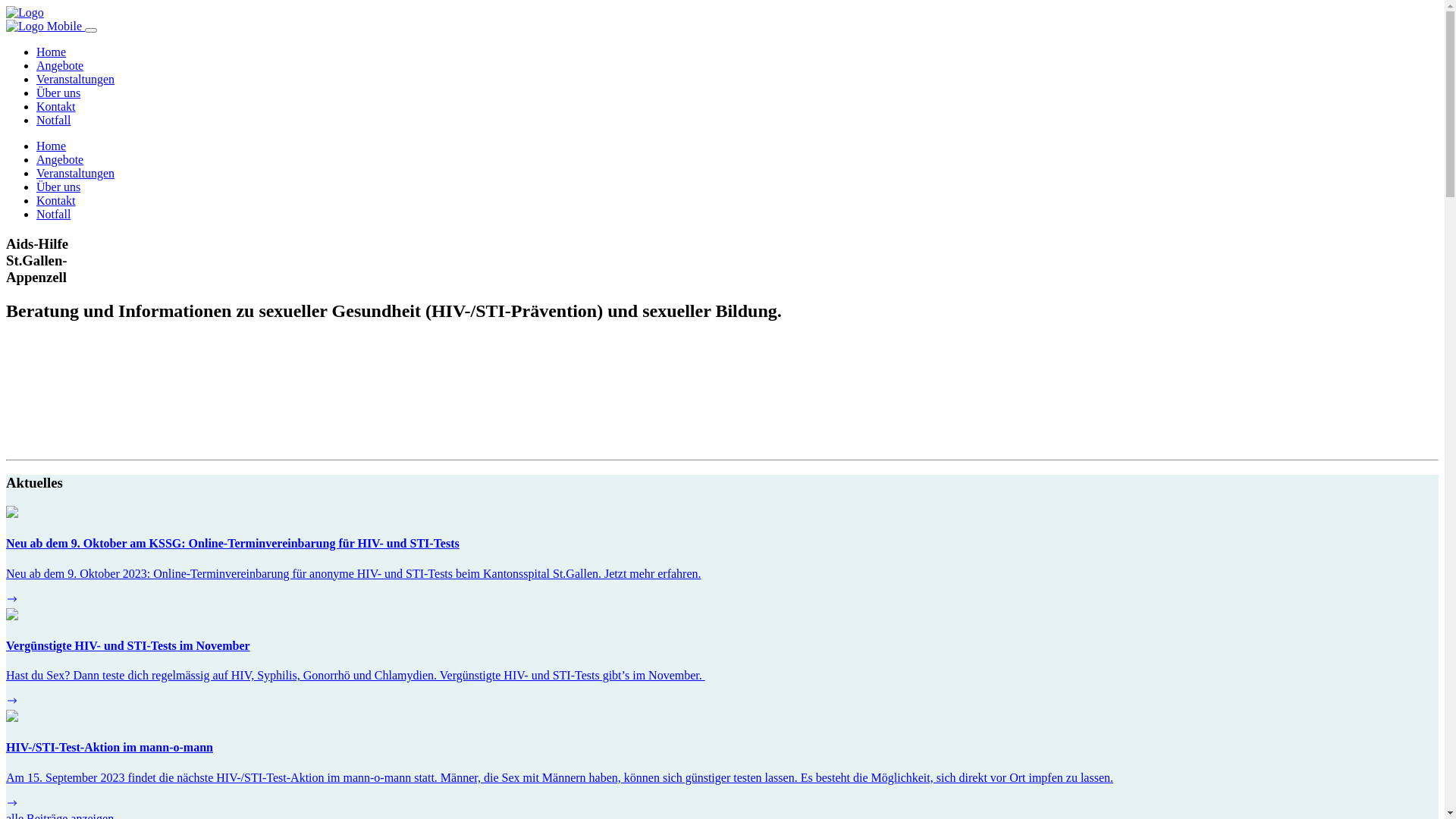 The height and width of the screenshot is (819, 1456). What do you see at coordinates (53, 214) in the screenshot?
I see `'Notfall'` at bounding box center [53, 214].